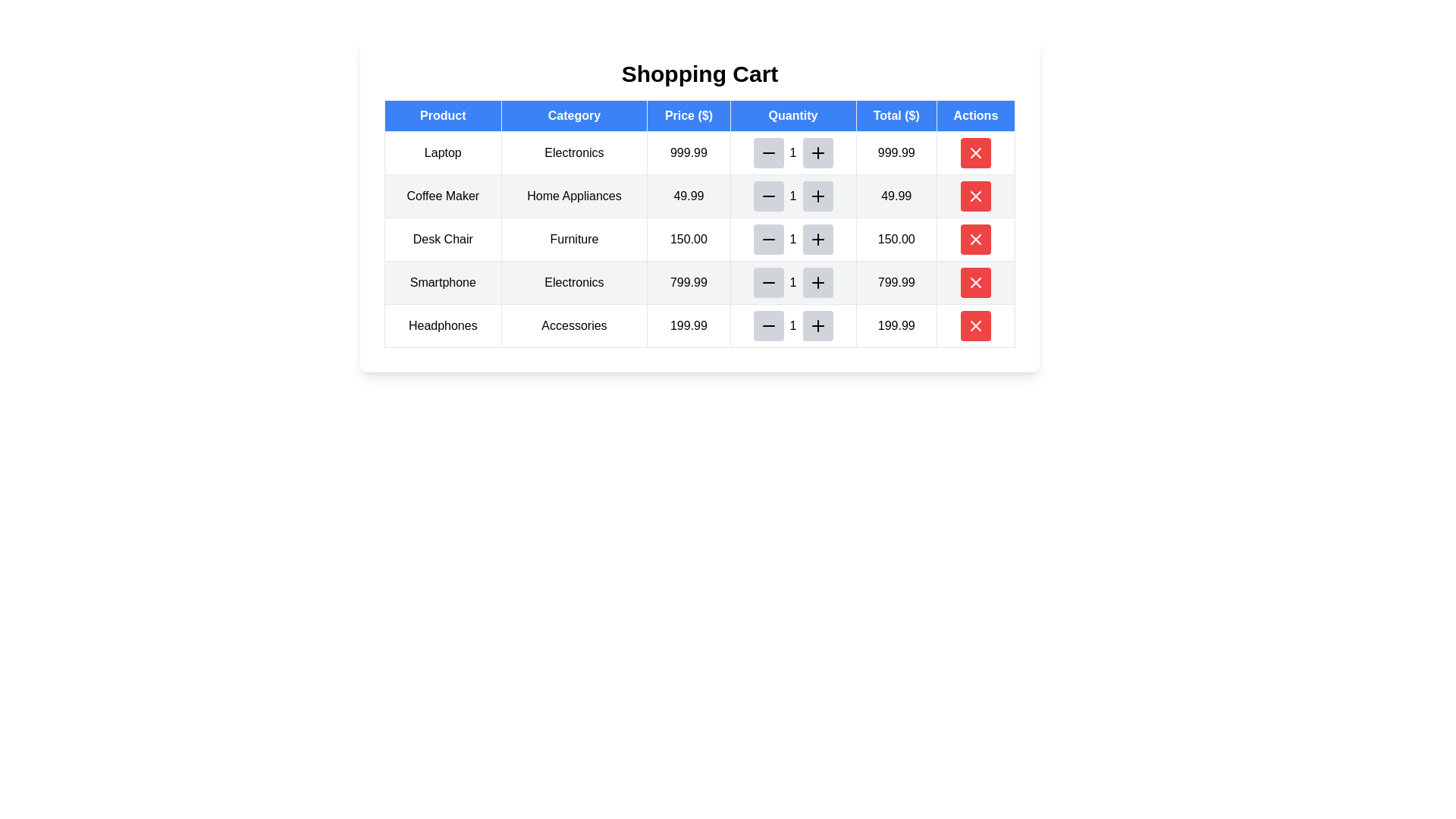 This screenshot has height=819, width=1456. I want to click on the 'X' icon button in the 'Actions' column of the table, located in the fourth row corresponding to the product 'Desk Chair', so click(975, 239).